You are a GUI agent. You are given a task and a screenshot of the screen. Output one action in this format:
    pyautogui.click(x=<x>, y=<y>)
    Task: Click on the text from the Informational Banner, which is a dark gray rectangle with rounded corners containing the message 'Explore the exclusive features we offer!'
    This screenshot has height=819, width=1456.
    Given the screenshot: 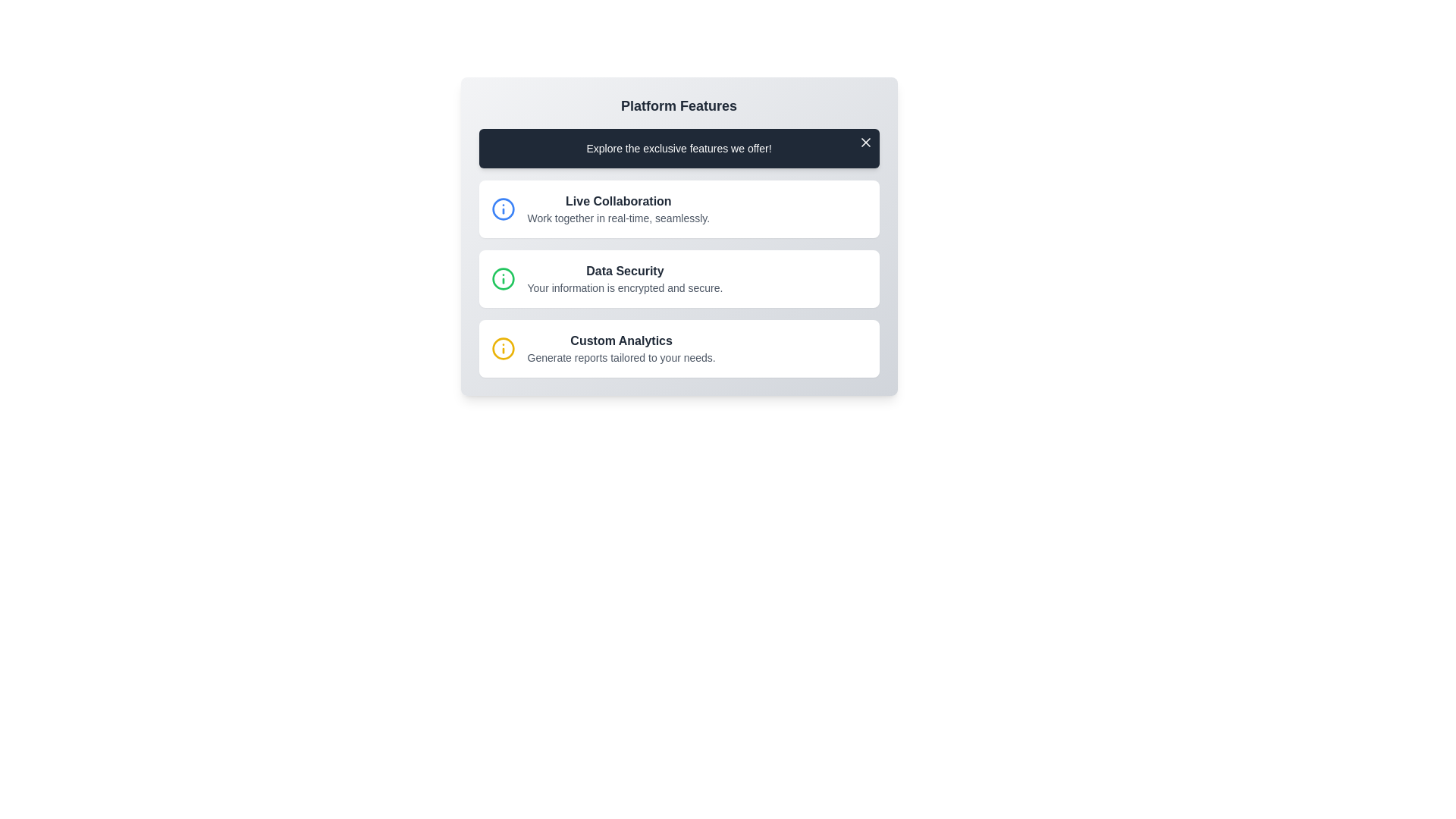 What is the action you would take?
    pyautogui.click(x=678, y=149)
    